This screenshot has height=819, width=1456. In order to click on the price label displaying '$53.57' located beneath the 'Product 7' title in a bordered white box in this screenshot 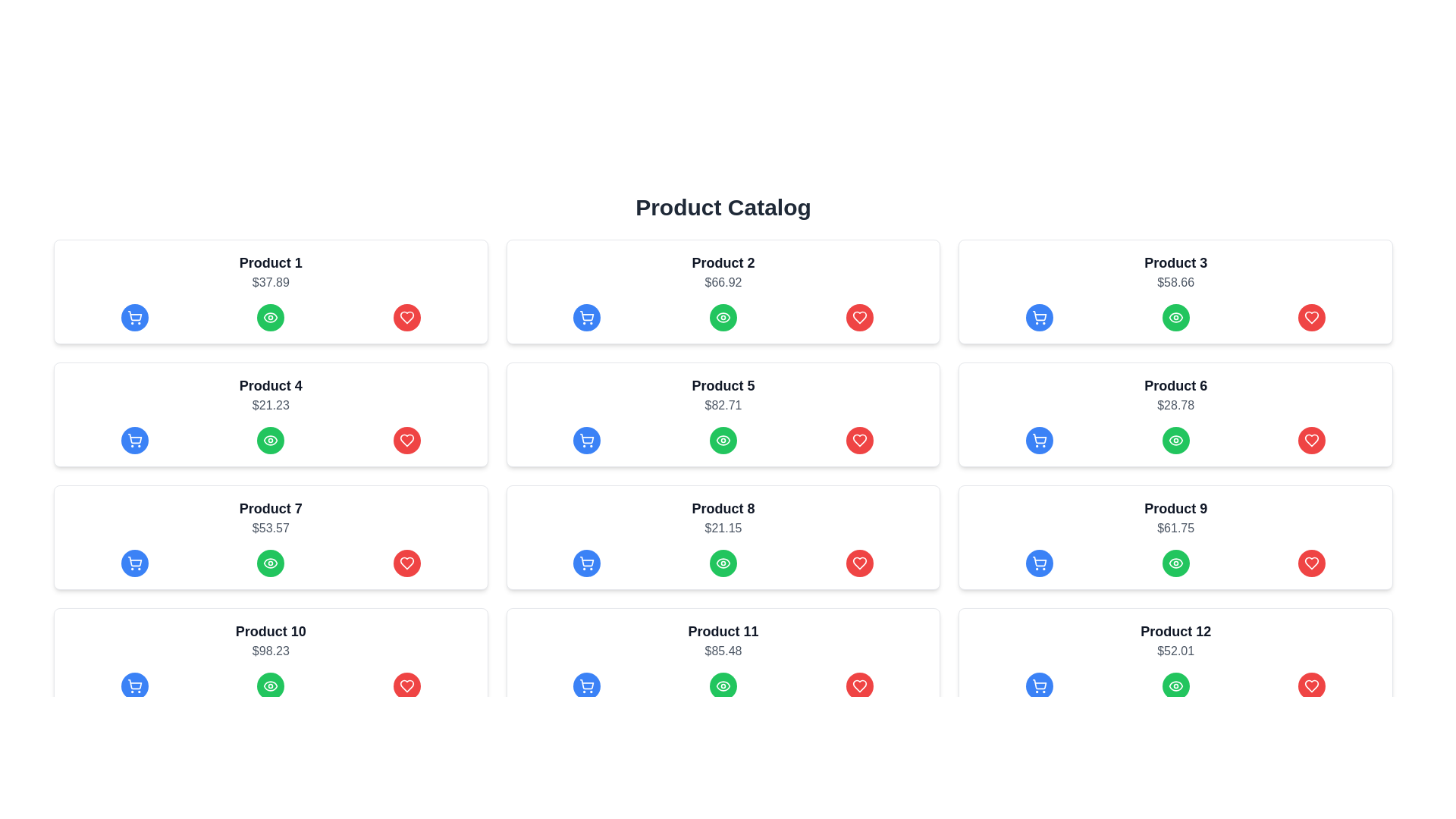, I will do `click(271, 528)`.